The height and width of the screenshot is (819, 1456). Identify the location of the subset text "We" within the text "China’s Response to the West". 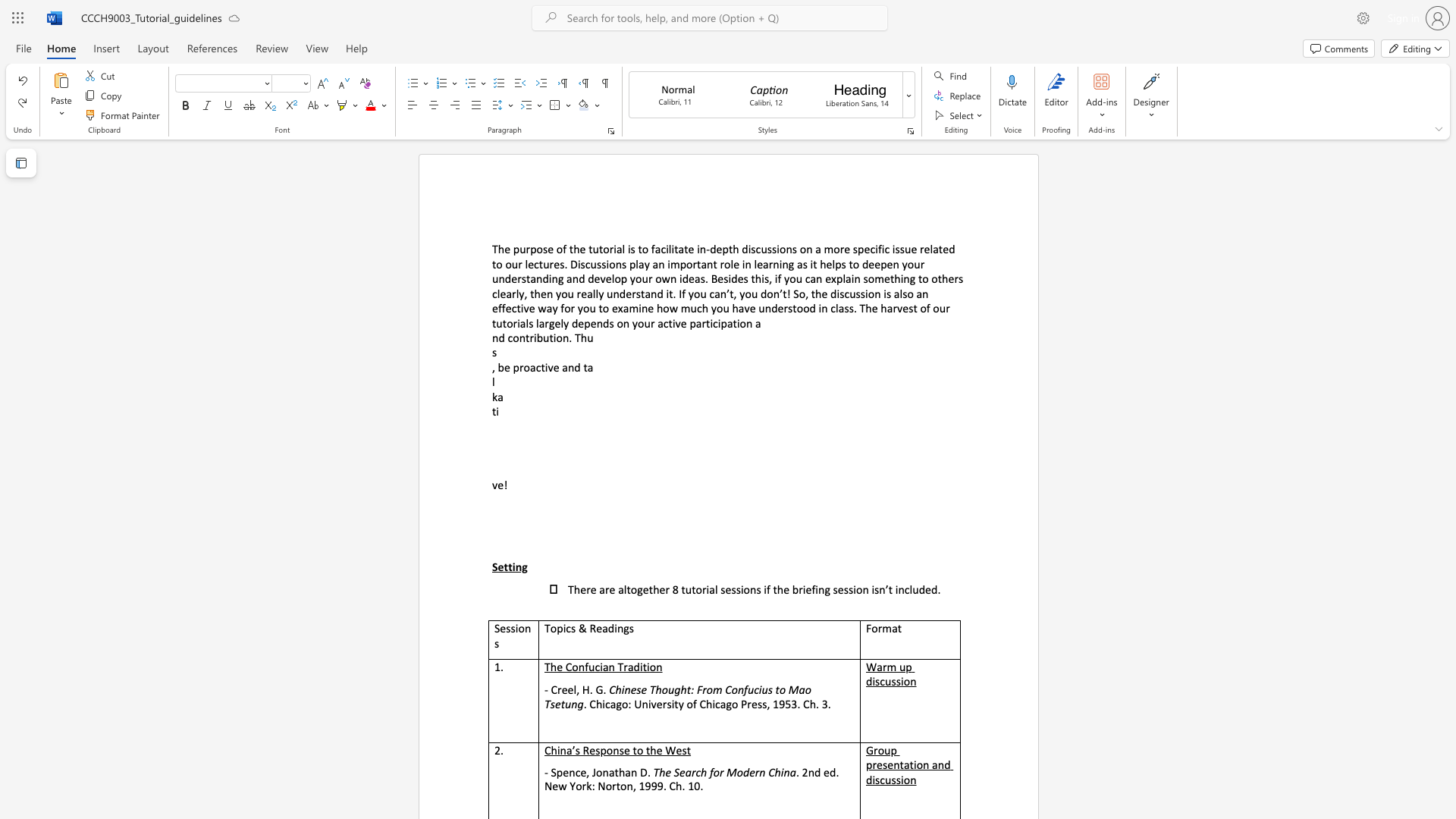
(665, 749).